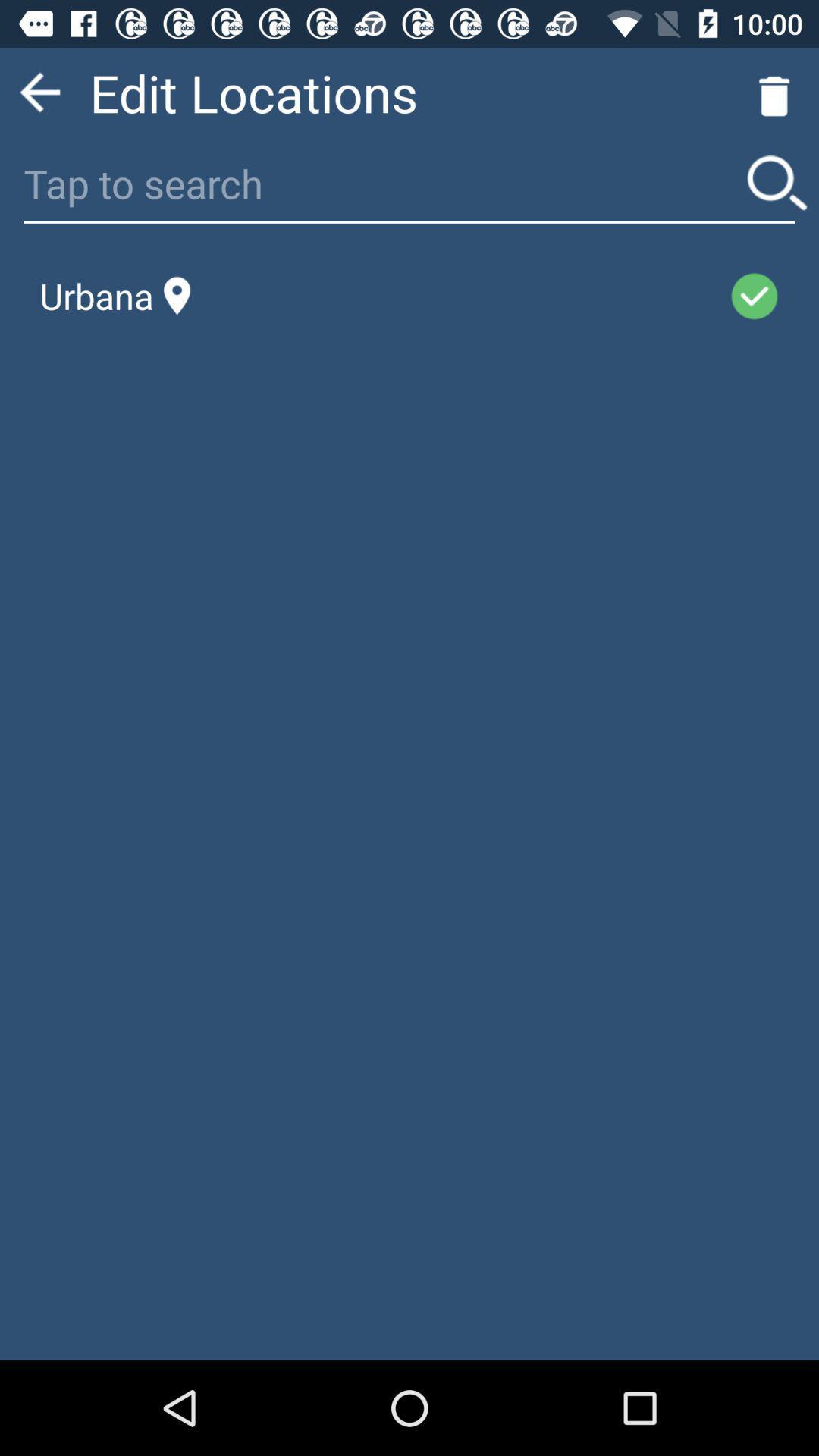 The height and width of the screenshot is (1456, 819). What do you see at coordinates (777, 182) in the screenshot?
I see `search` at bounding box center [777, 182].